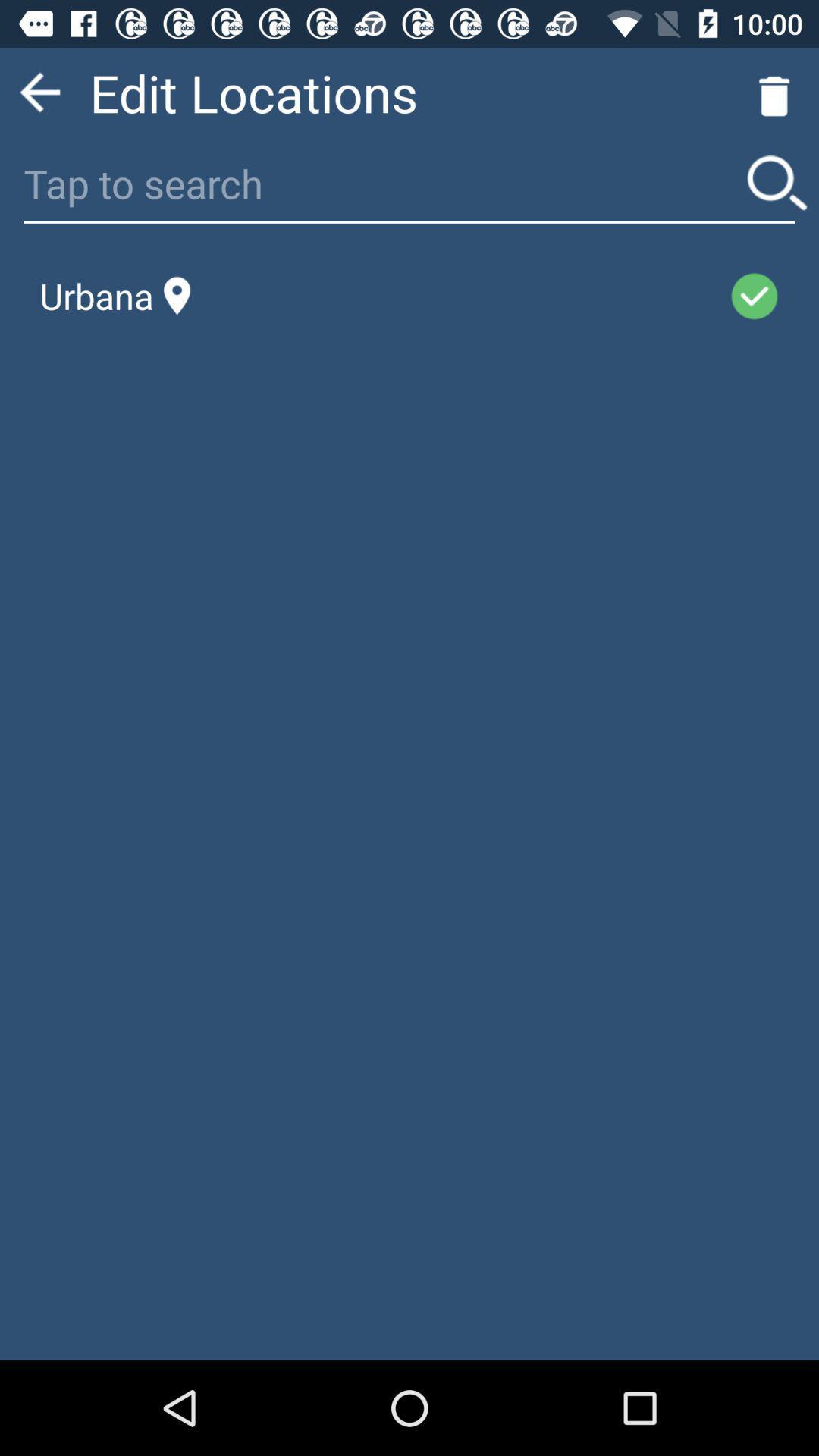 The height and width of the screenshot is (1456, 819). What do you see at coordinates (777, 182) in the screenshot?
I see `search` at bounding box center [777, 182].